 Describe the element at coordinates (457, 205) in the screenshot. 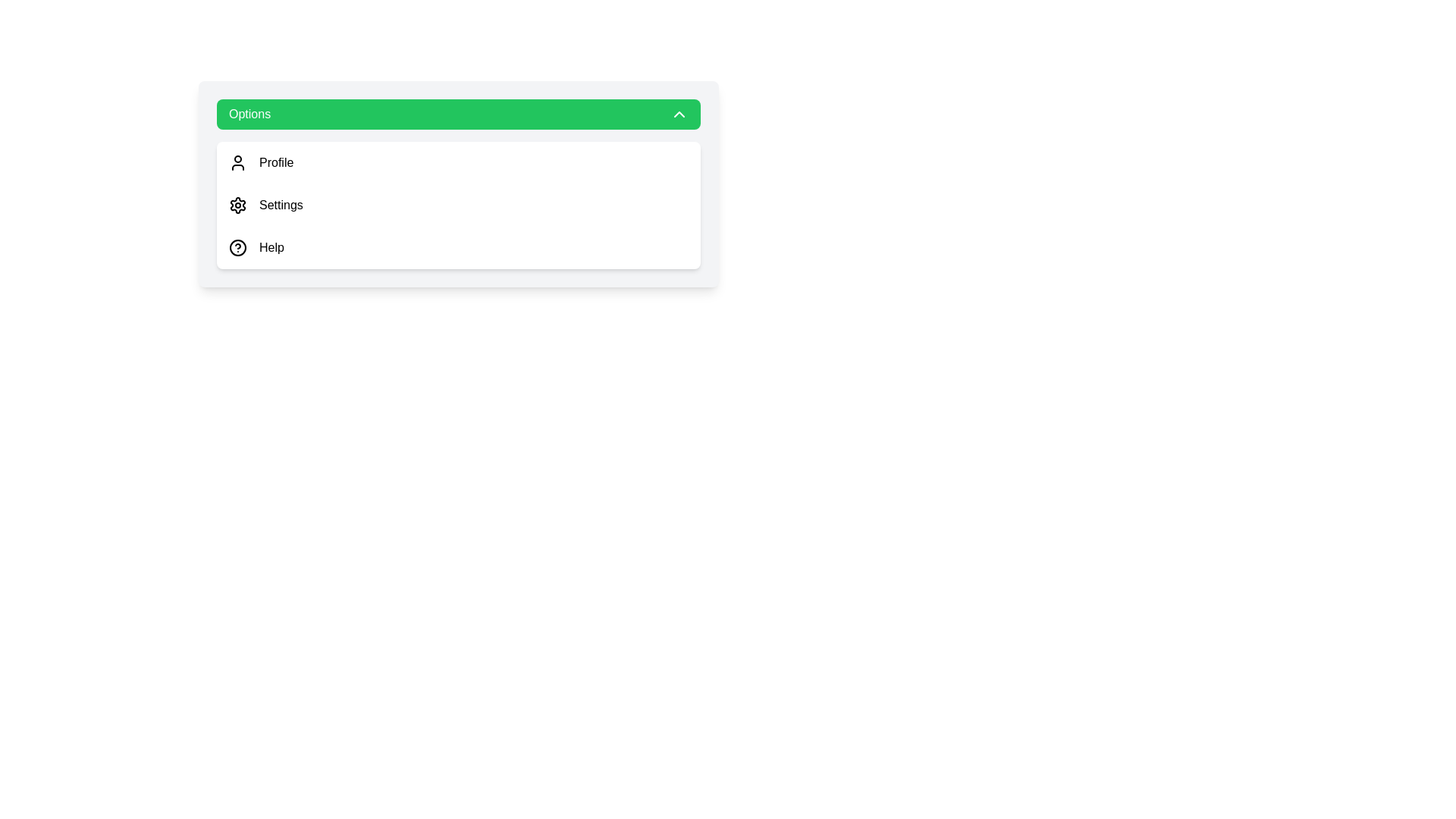

I see `the 'Settings' menu item, which is the second item in a vertical menu list` at that location.